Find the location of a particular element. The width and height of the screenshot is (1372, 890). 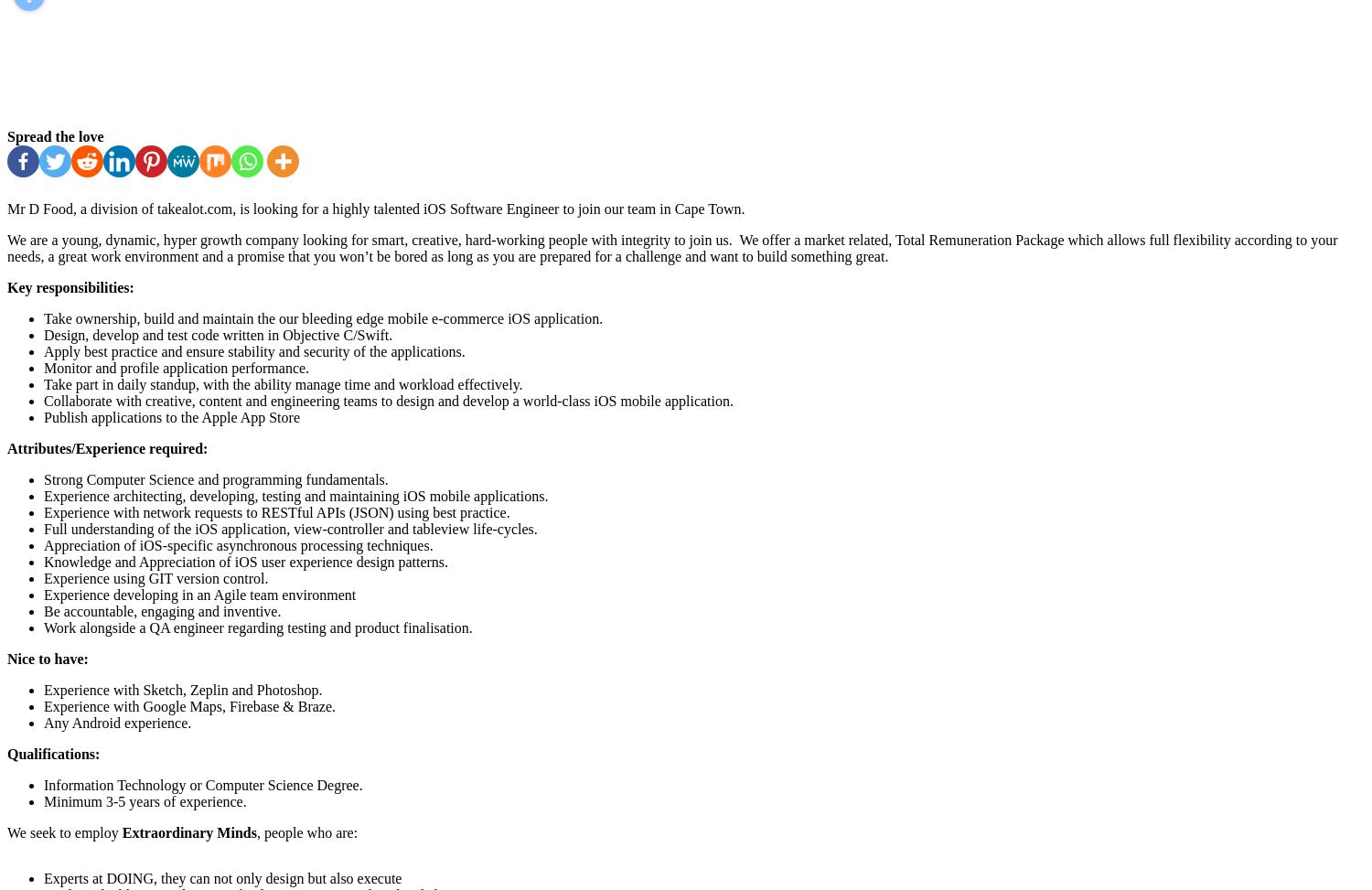

'Spread the love' is located at coordinates (55, 136).